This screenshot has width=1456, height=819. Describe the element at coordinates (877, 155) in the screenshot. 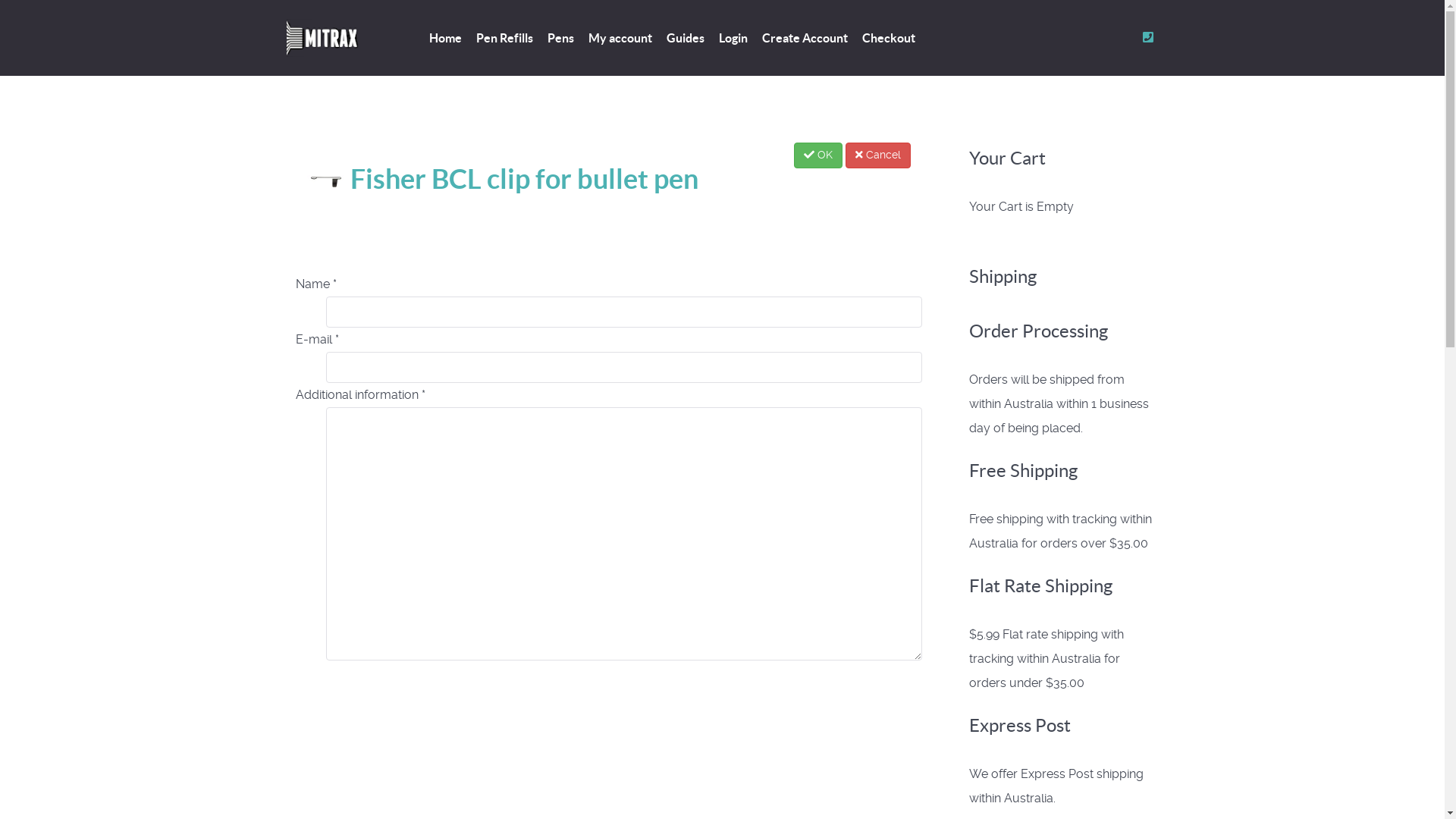

I see `'Cancel'` at that location.